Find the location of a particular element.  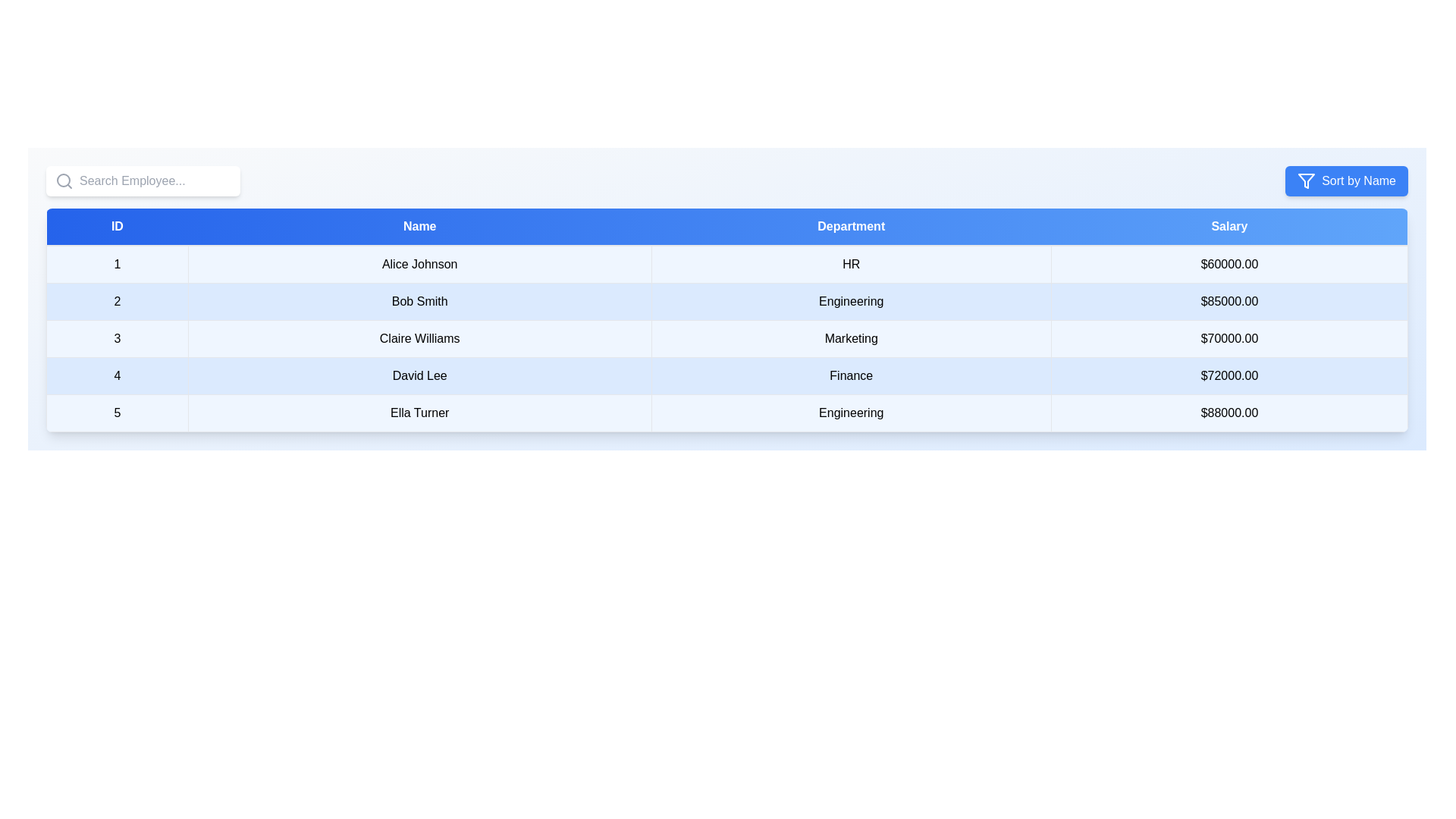

the table cell representing the department name of 'Alice Johnson' is located at coordinates (851, 263).